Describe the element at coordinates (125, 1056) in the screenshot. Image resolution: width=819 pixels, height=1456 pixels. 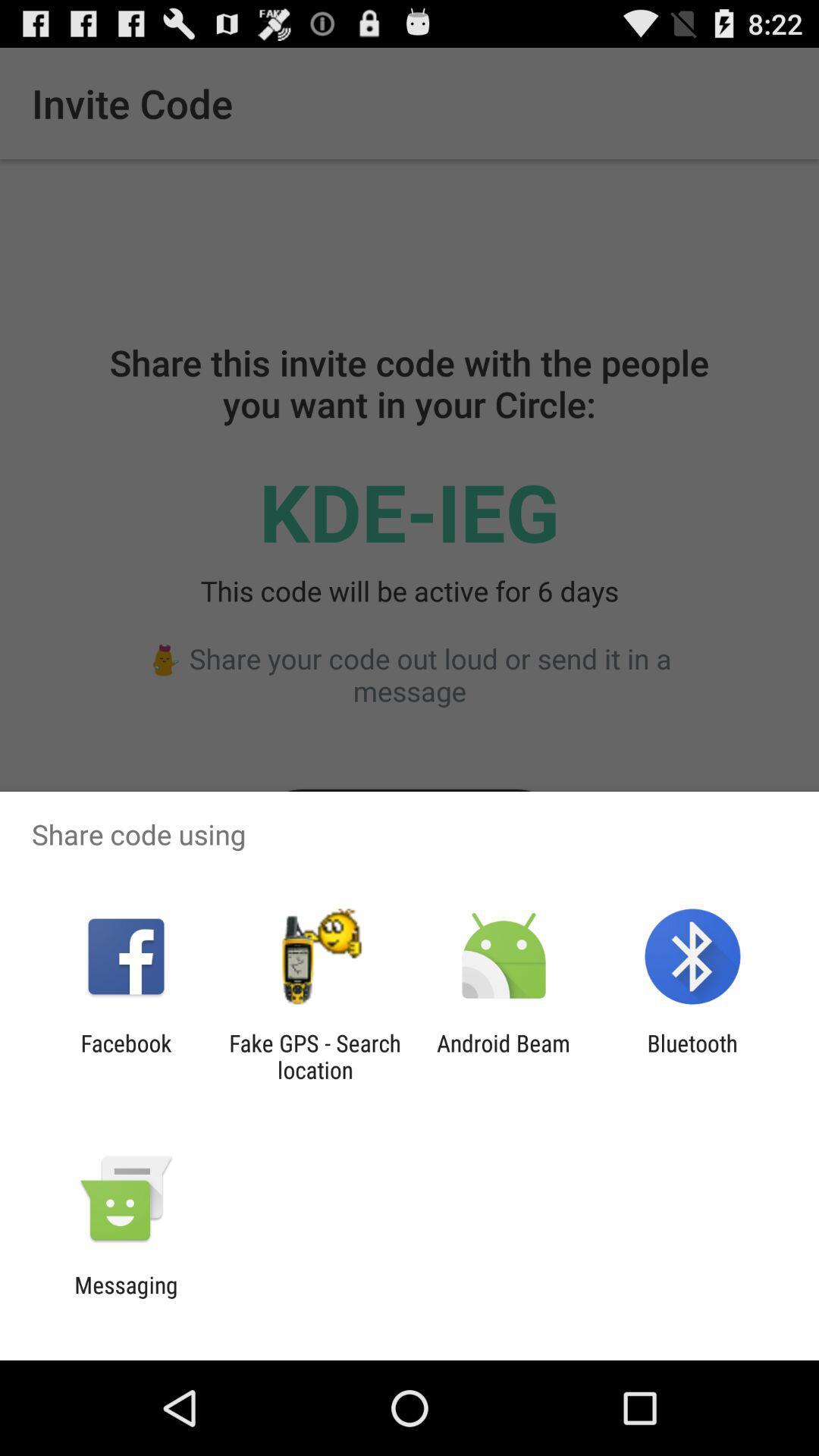
I see `app next to the fake gps search` at that location.